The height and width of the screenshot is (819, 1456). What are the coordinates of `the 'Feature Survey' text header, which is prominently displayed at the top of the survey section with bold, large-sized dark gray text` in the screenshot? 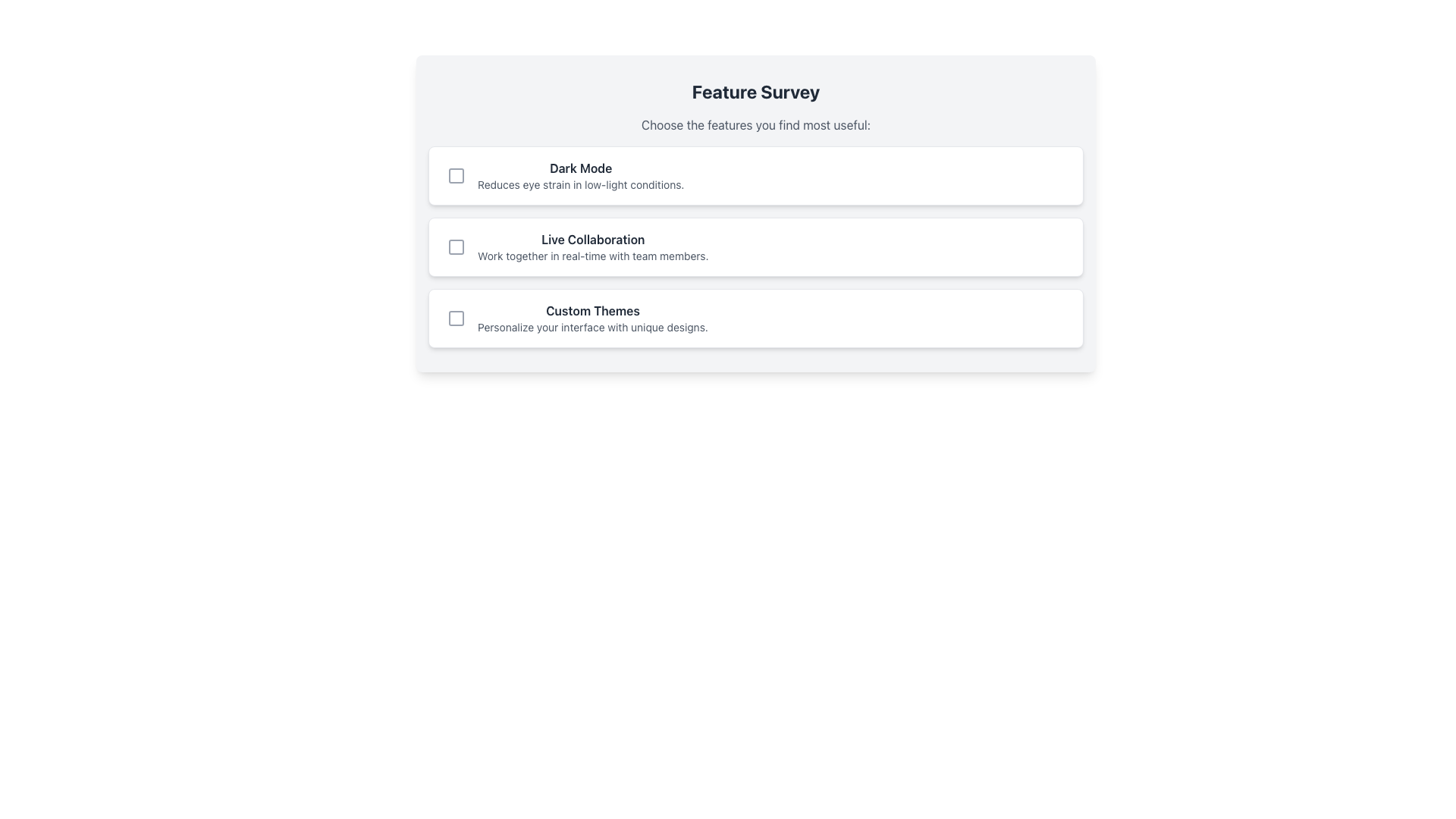 It's located at (756, 91).